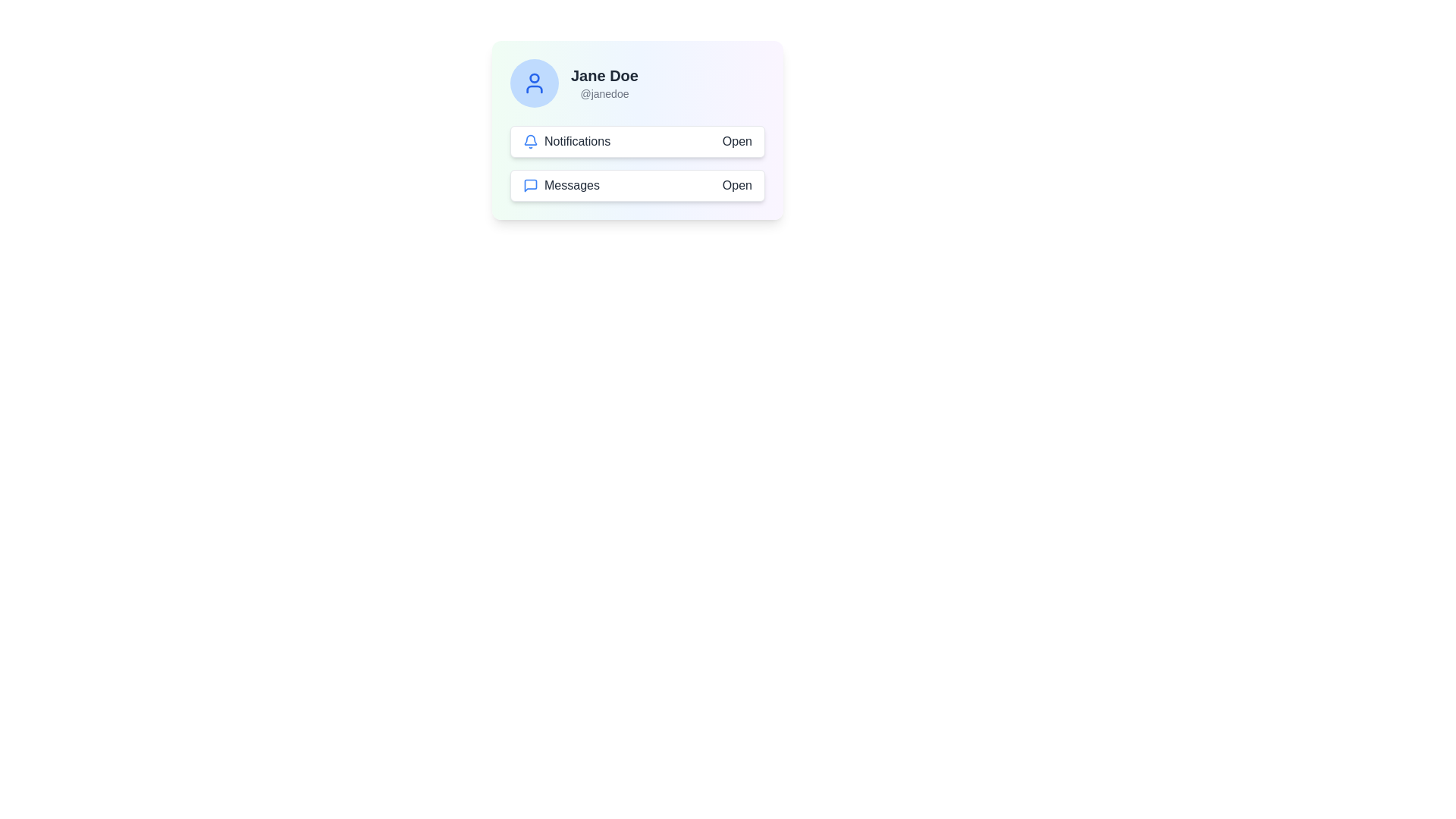 The width and height of the screenshot is (1456, 819). I want to click on the avatar icon located within the circular background area in the top left of the card, so click(535, 83).